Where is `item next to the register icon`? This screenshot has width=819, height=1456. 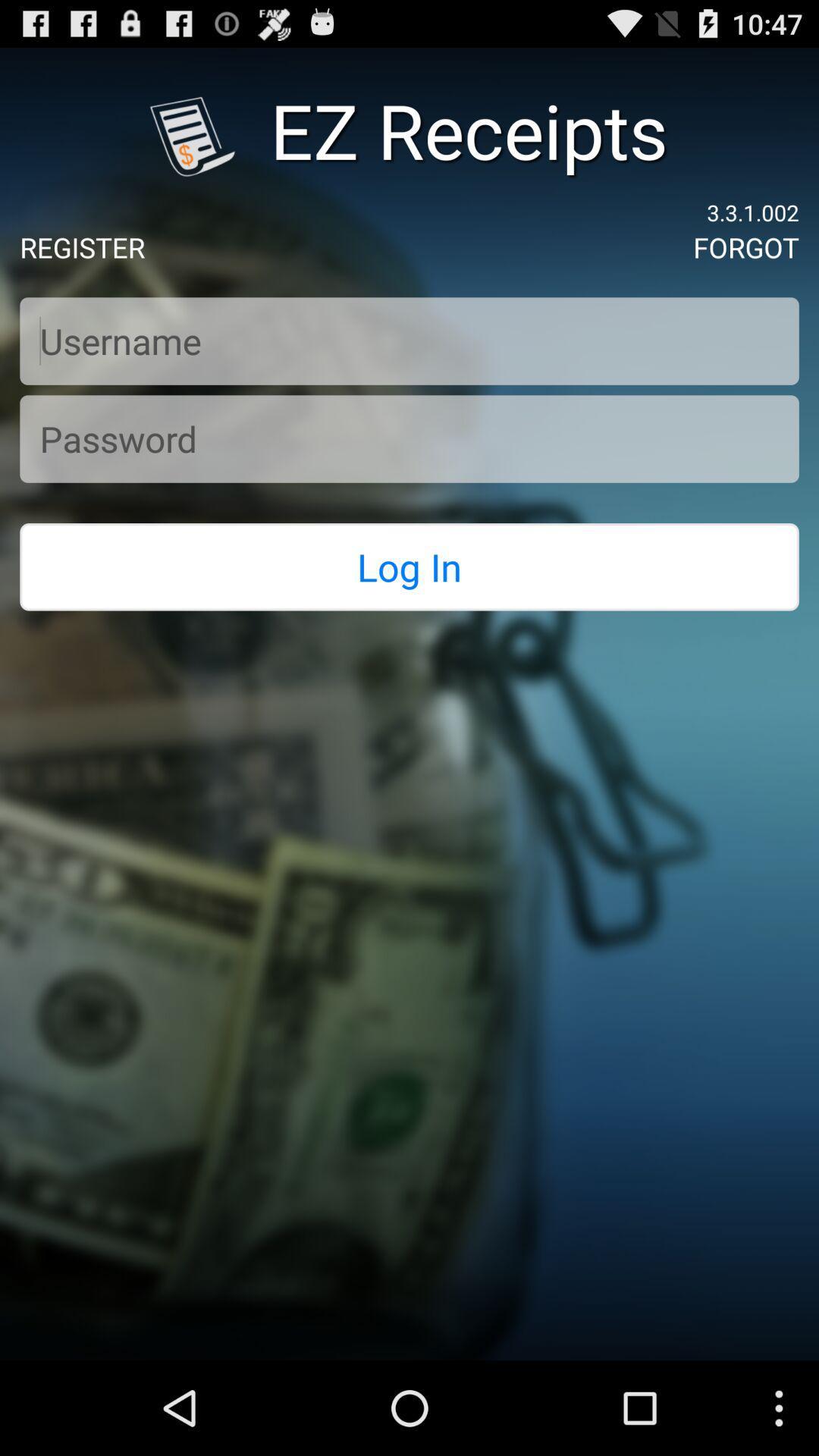
item next to the register icon is located at coordinates (745, 247).